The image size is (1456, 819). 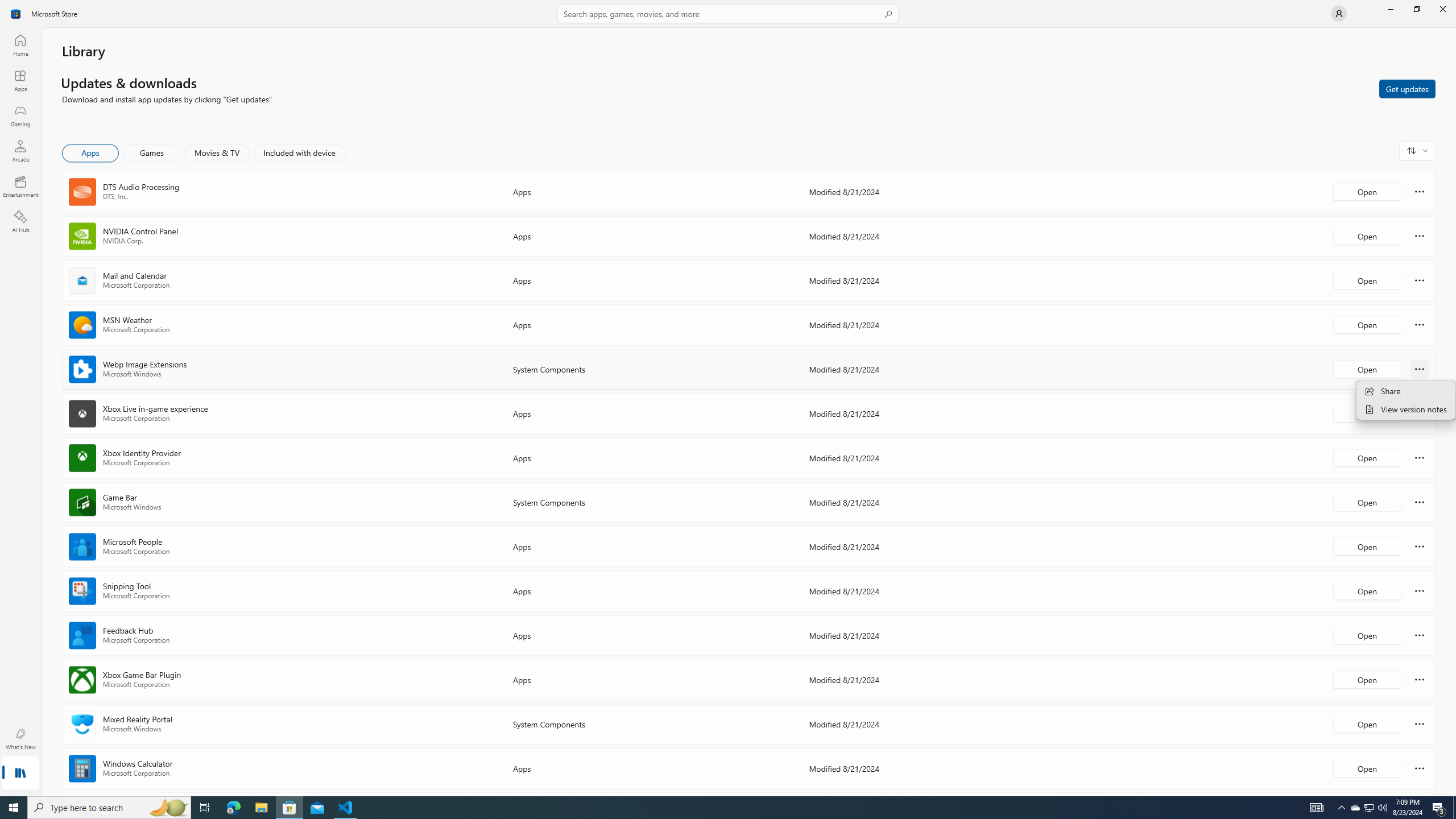 I want to click on 'What', so click(x=19, y=738).